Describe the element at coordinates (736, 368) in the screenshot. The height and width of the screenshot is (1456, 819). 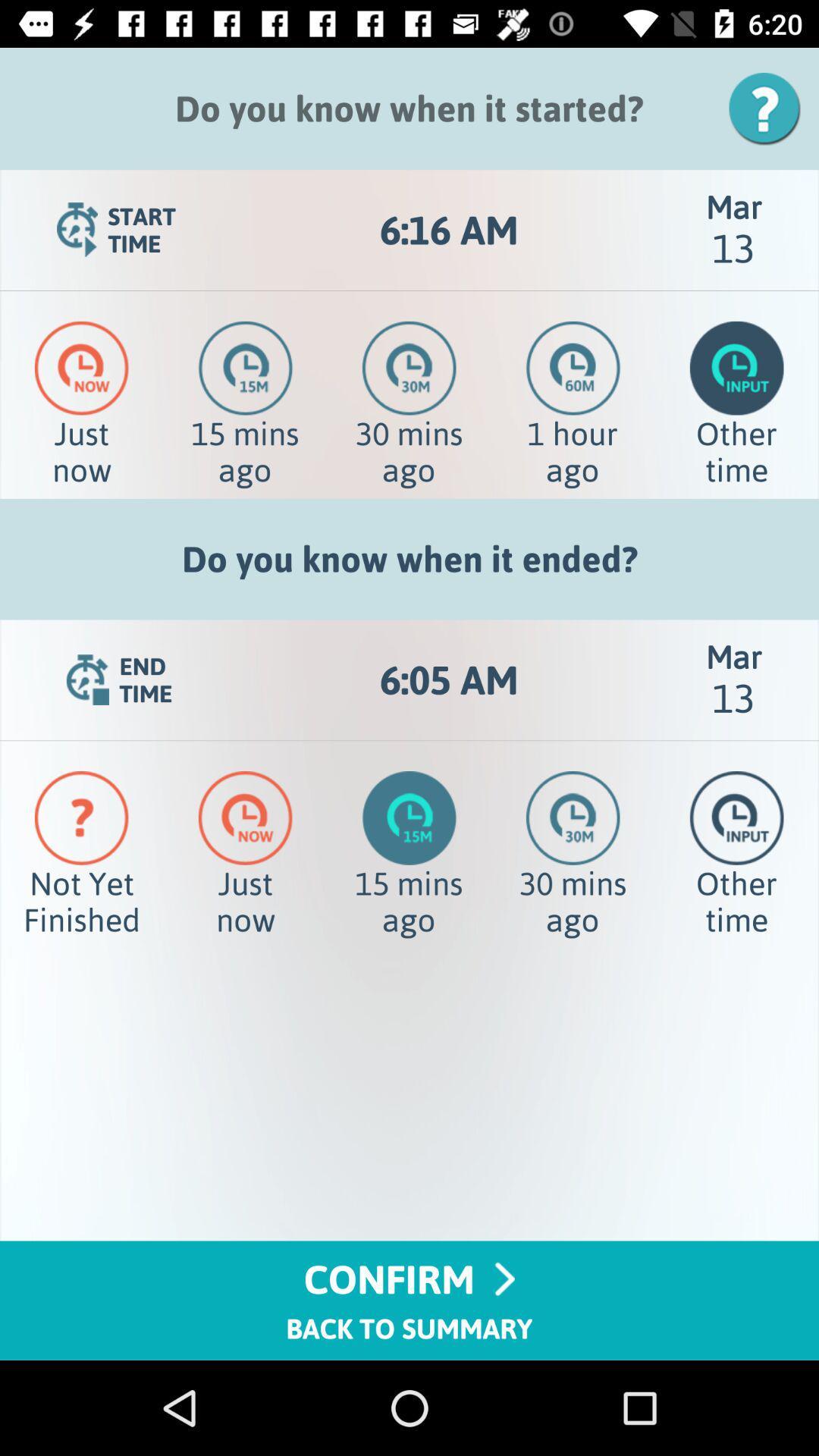
I see `the time icon` at that location.